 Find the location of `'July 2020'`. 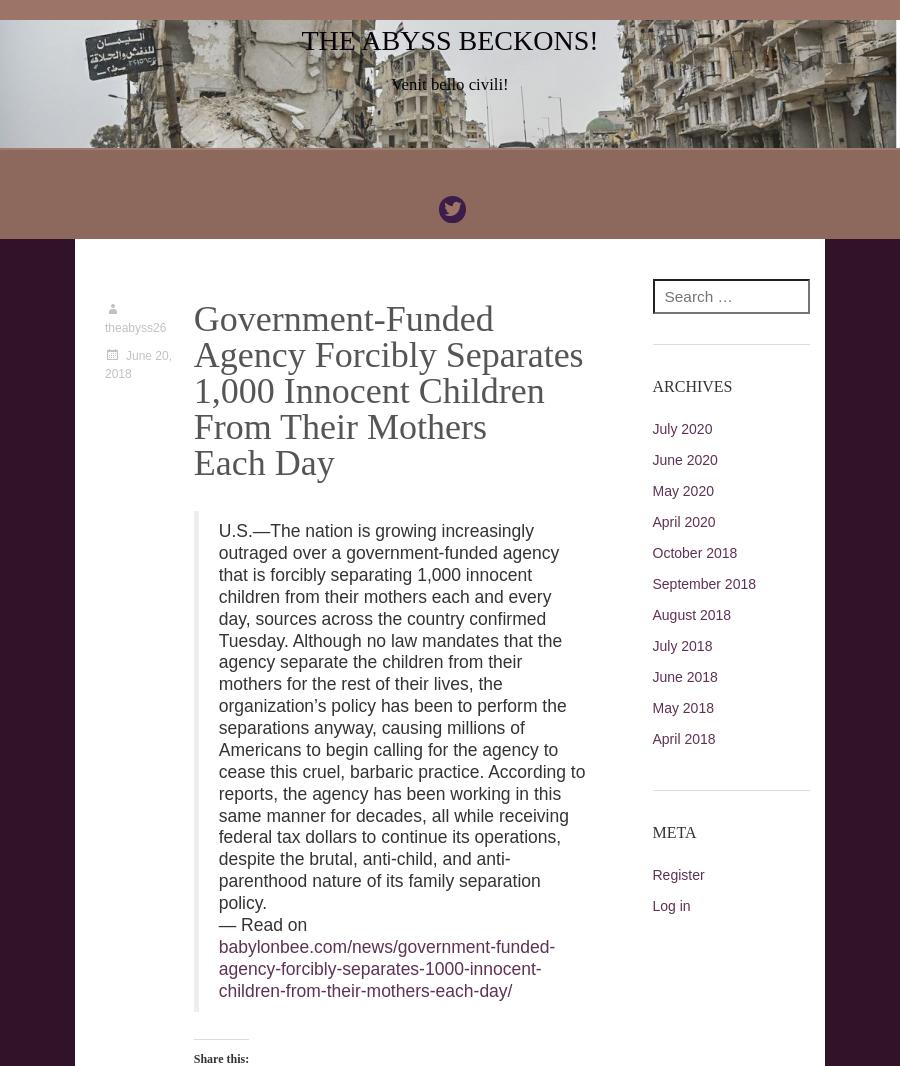

'July 2020' is located at coordinates (681, 428).